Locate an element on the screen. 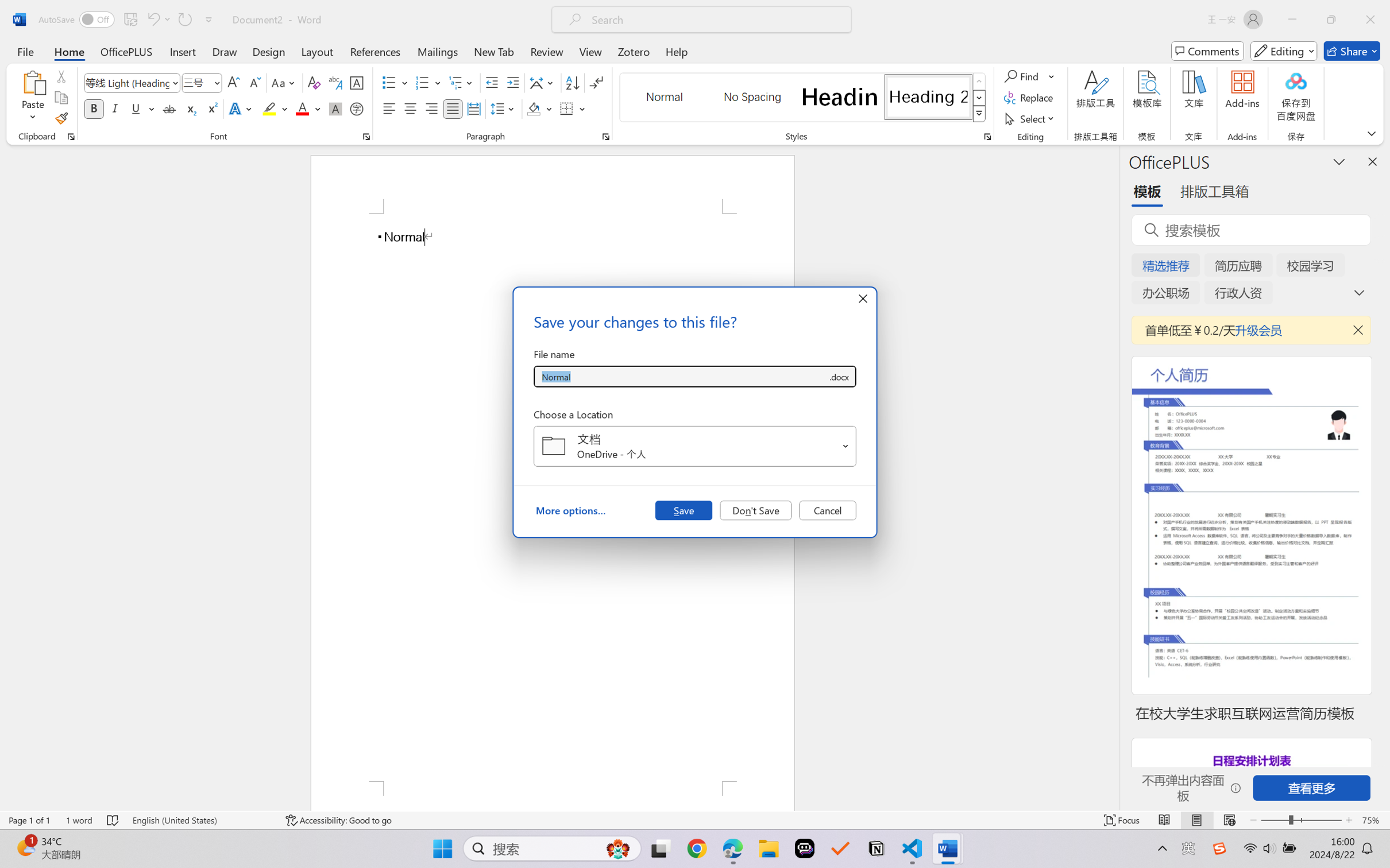  'Paragraph...' is located at coordinates (605, 136).